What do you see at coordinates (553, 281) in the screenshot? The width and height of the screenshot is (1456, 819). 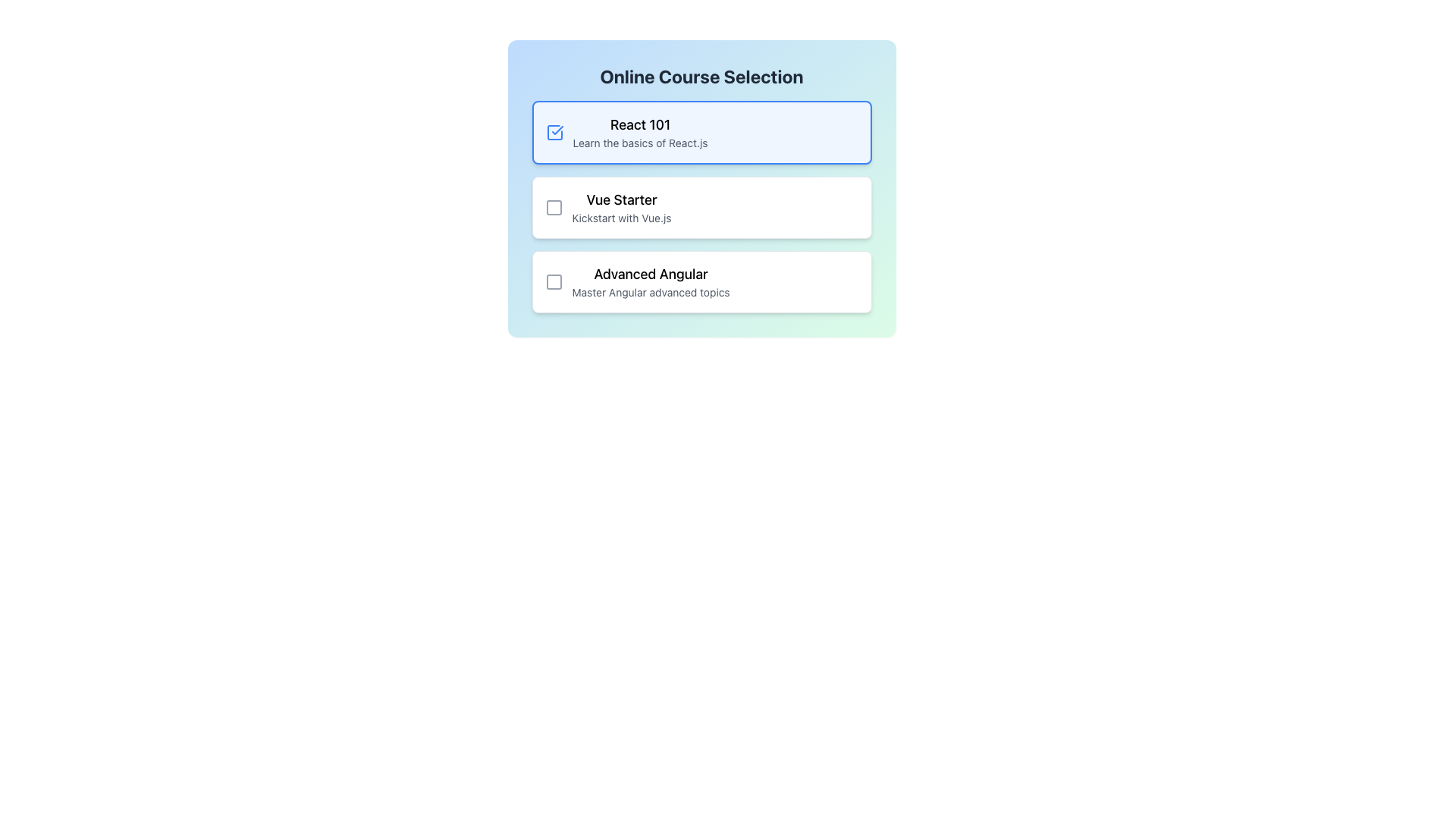 I see `the unselected checkbox aligned with the text 'Advanced Angular'` at bounding box center [553, 281].